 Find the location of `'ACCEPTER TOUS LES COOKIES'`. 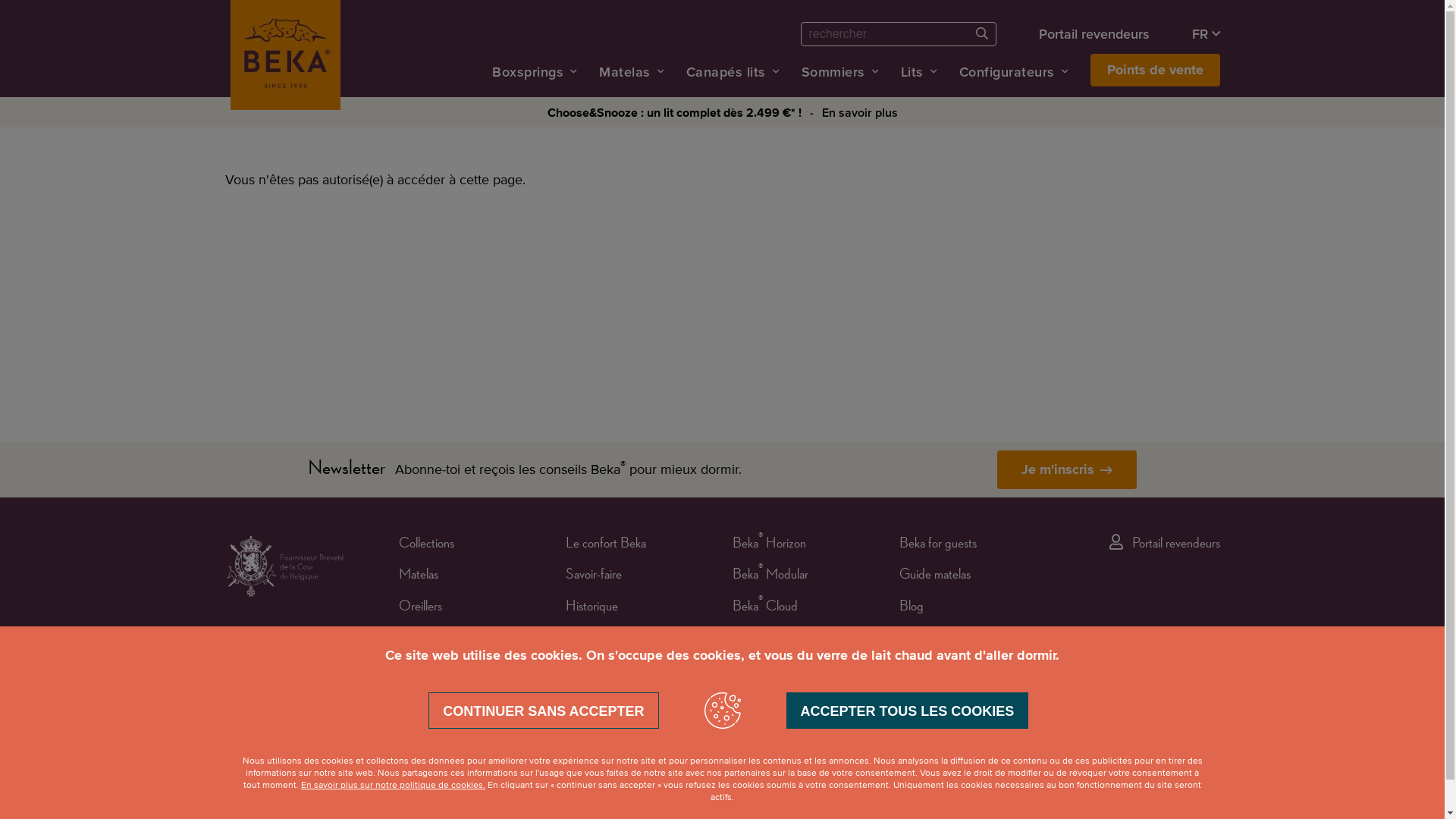

'ACCEPTER TOUS LES COOKIES' is located at coordinates (906, 711).